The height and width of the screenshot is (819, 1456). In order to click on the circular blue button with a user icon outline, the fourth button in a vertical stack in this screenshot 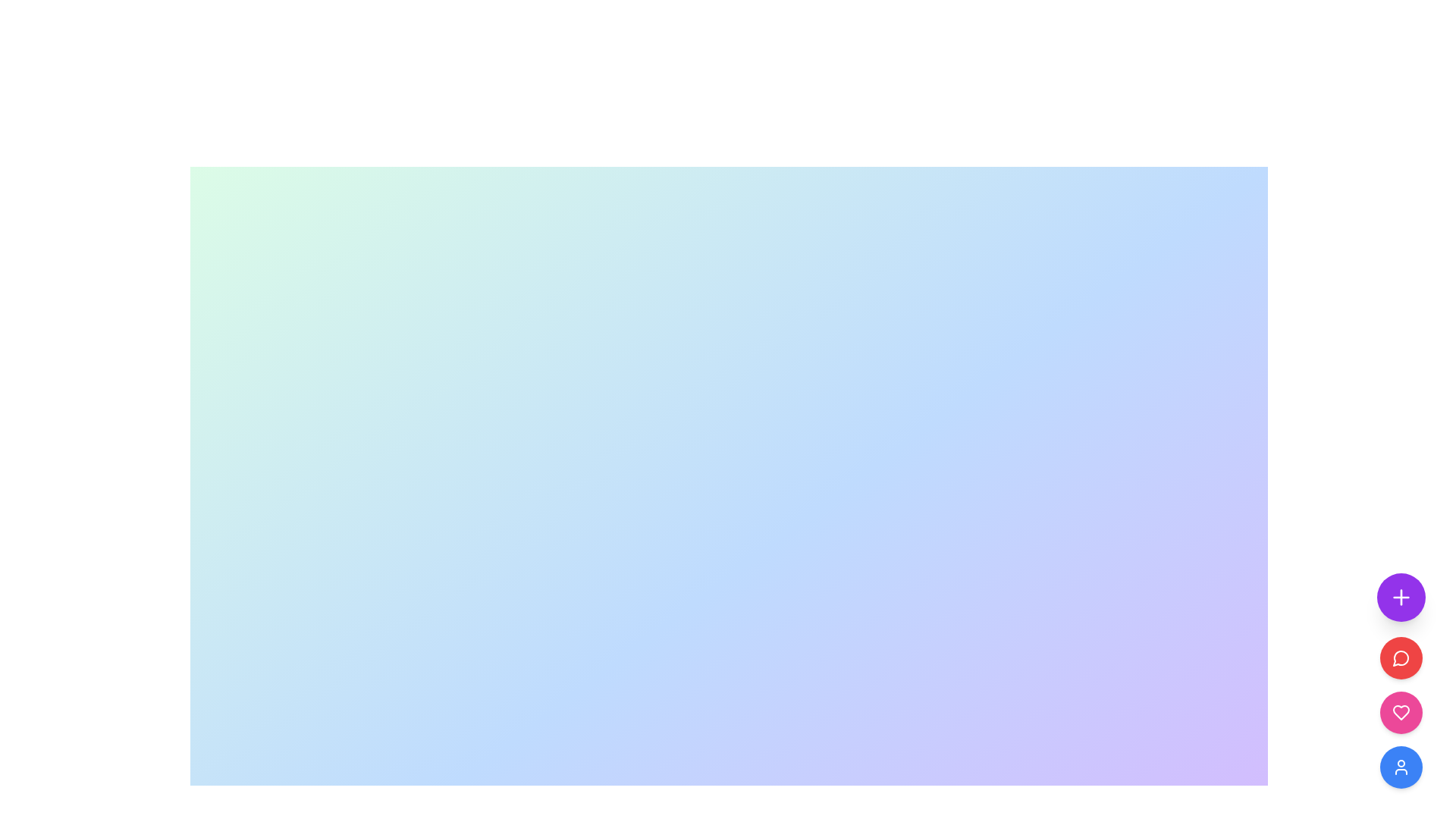, I will do `click(1401, 767)`.